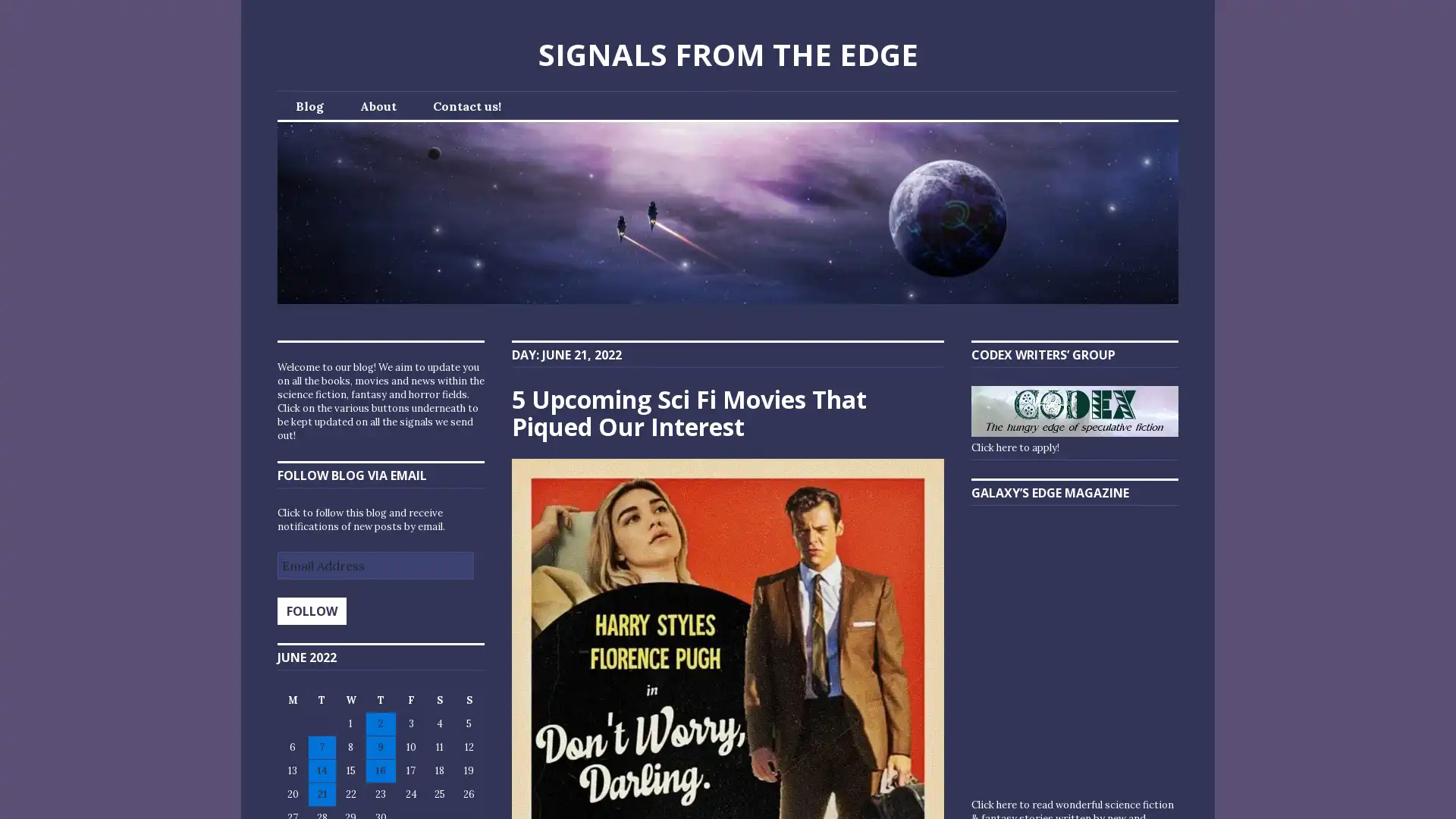 This screenshot has height=819, width=1456. I want to click on FOLLOW, so click(311, 610).